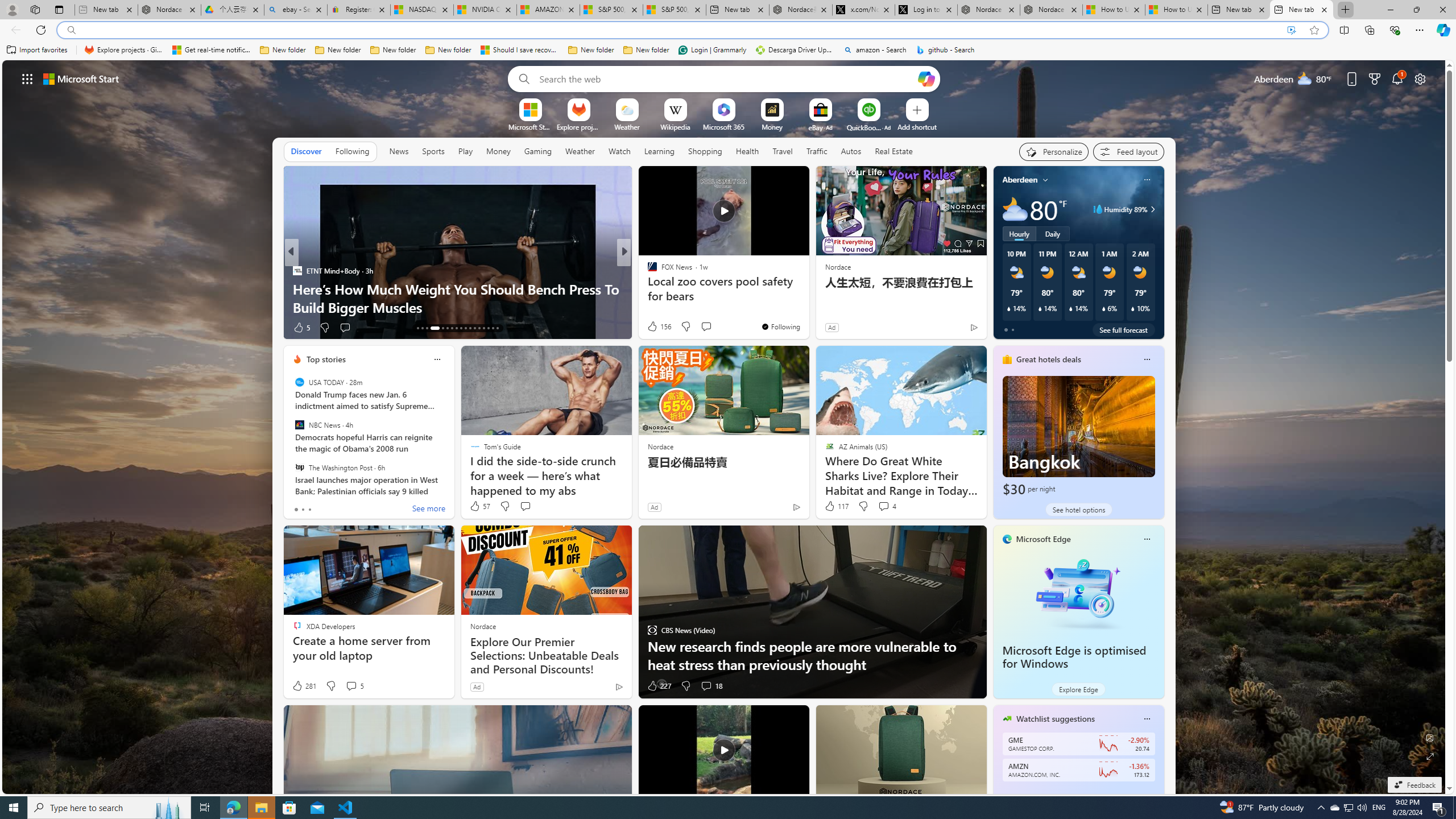  I want to click on 'Real Estate', so click(893, 150).